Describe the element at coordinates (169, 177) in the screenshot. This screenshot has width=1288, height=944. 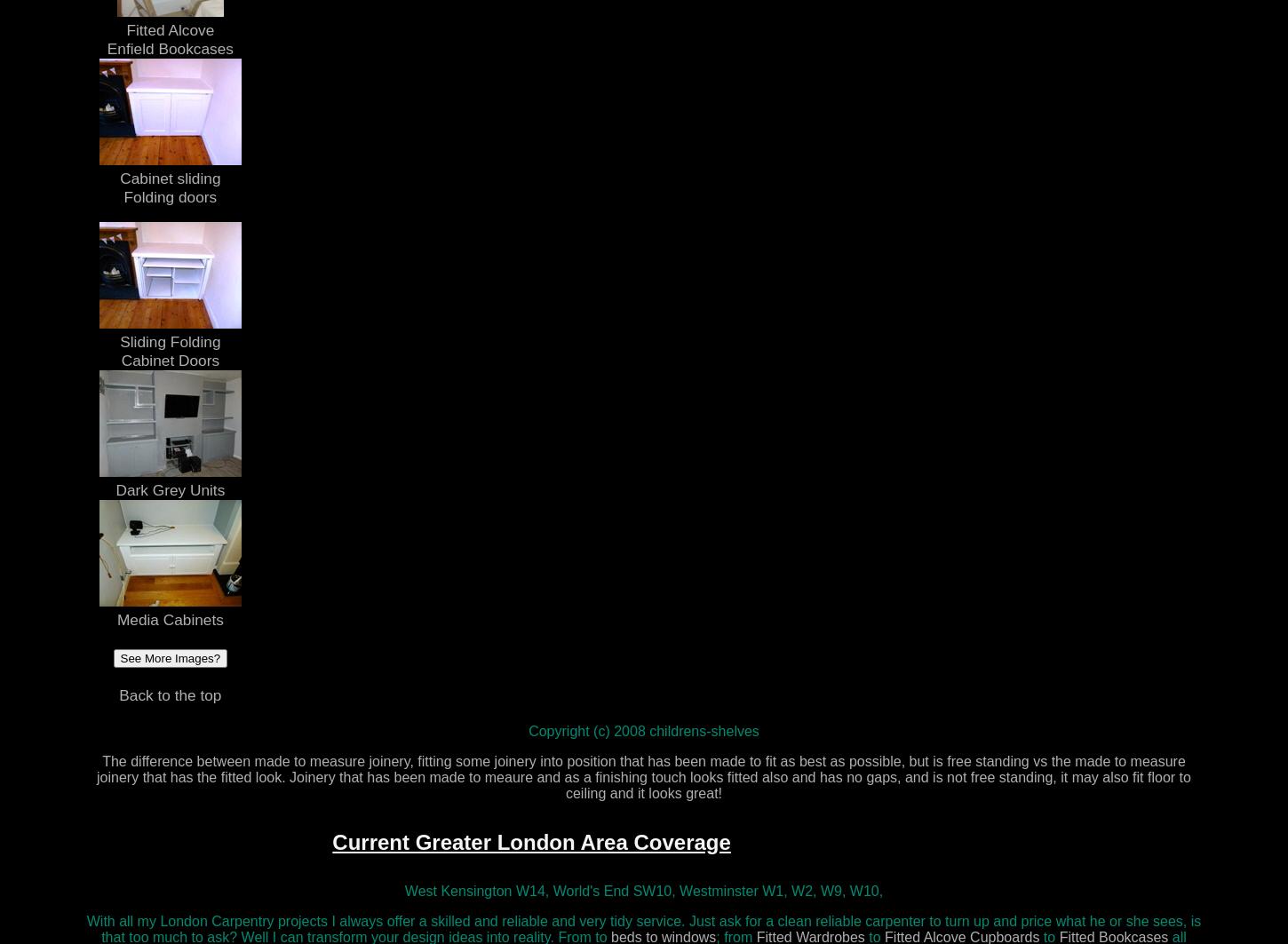
I see `'Cabinet sliding'` at that location.